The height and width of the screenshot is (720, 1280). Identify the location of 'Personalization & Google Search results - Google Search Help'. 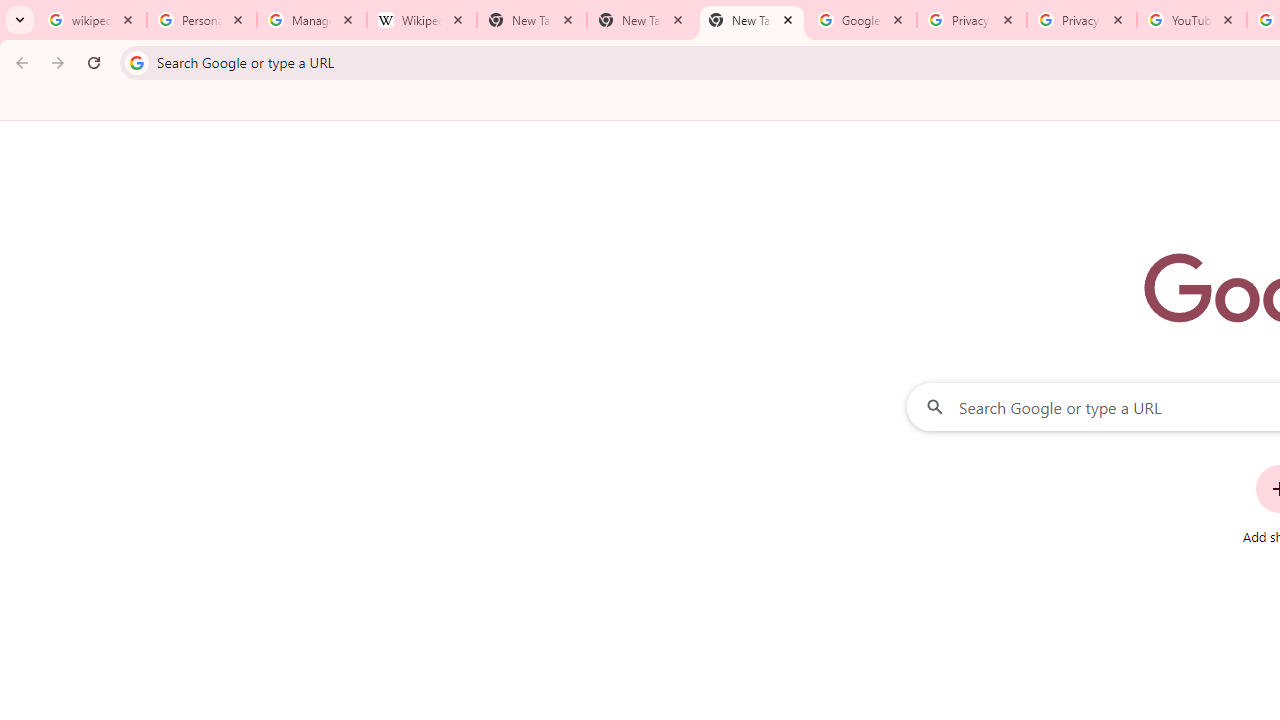
(202, 20).